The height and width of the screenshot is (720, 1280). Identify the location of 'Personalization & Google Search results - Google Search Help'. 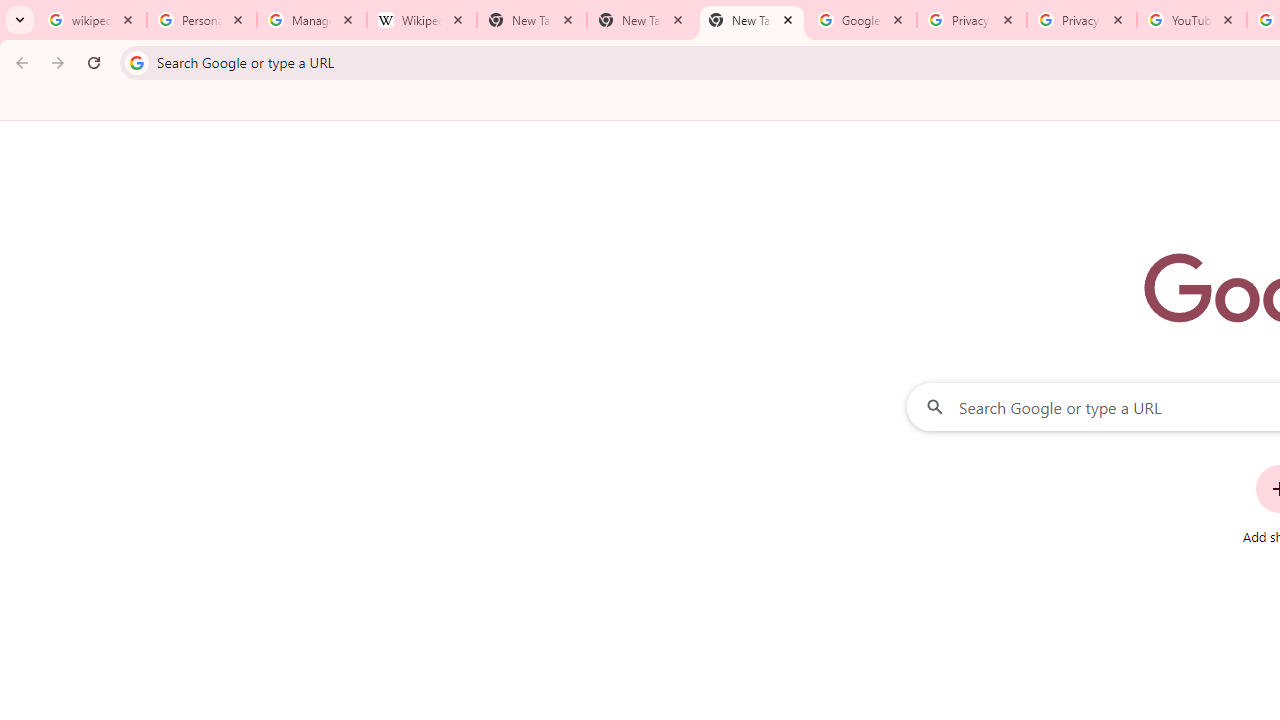
(202, 20).